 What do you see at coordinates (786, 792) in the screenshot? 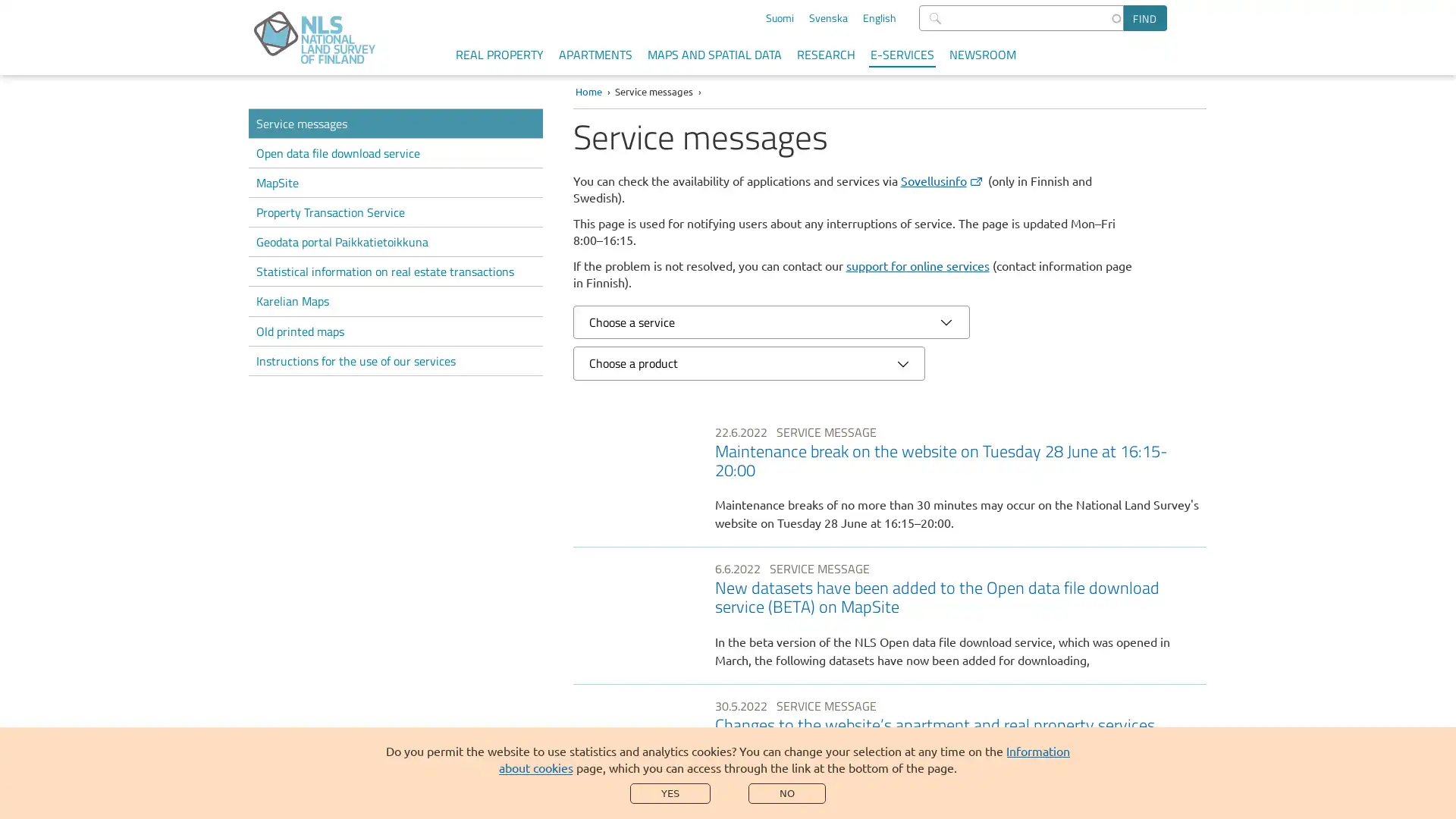
I see `NO` at bounding box center [786, 792].